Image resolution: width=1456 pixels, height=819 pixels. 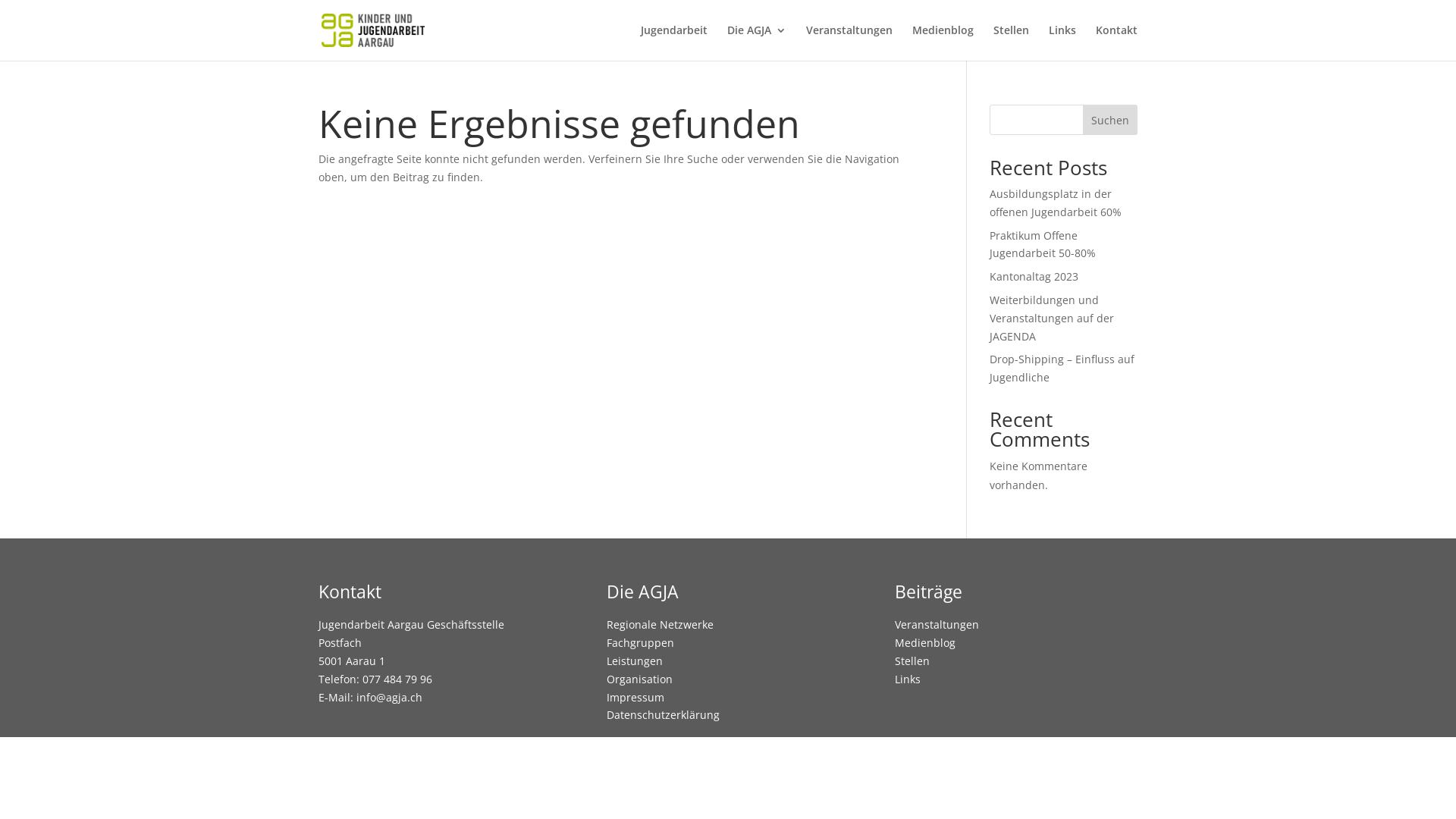 What do you see at coordinates (640, 642) in the screenshot?
I see `'Fachgruppen'` at bounding box center [640, 642].